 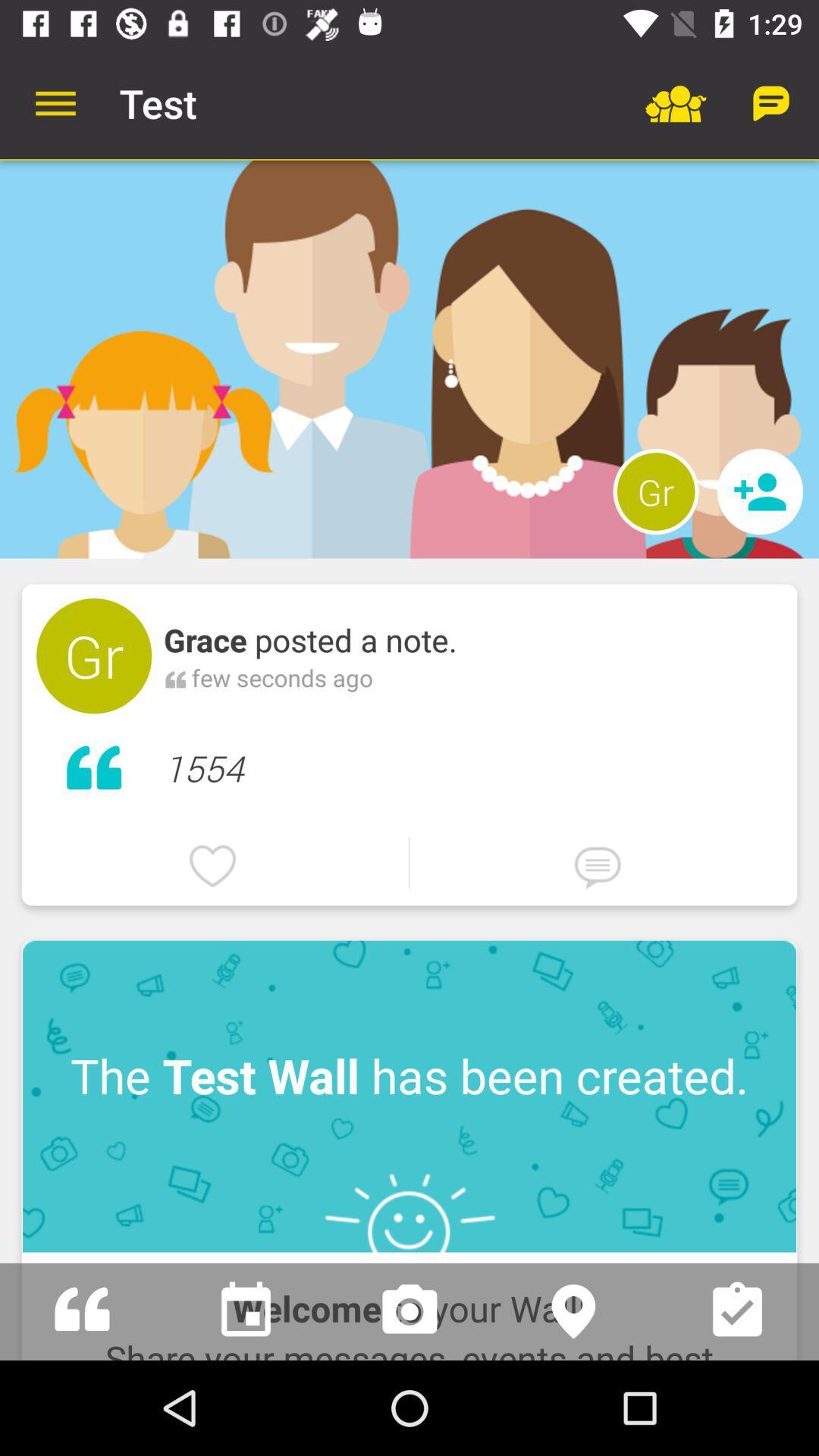 I want to click on callendar, so click(x=245, y=1310).